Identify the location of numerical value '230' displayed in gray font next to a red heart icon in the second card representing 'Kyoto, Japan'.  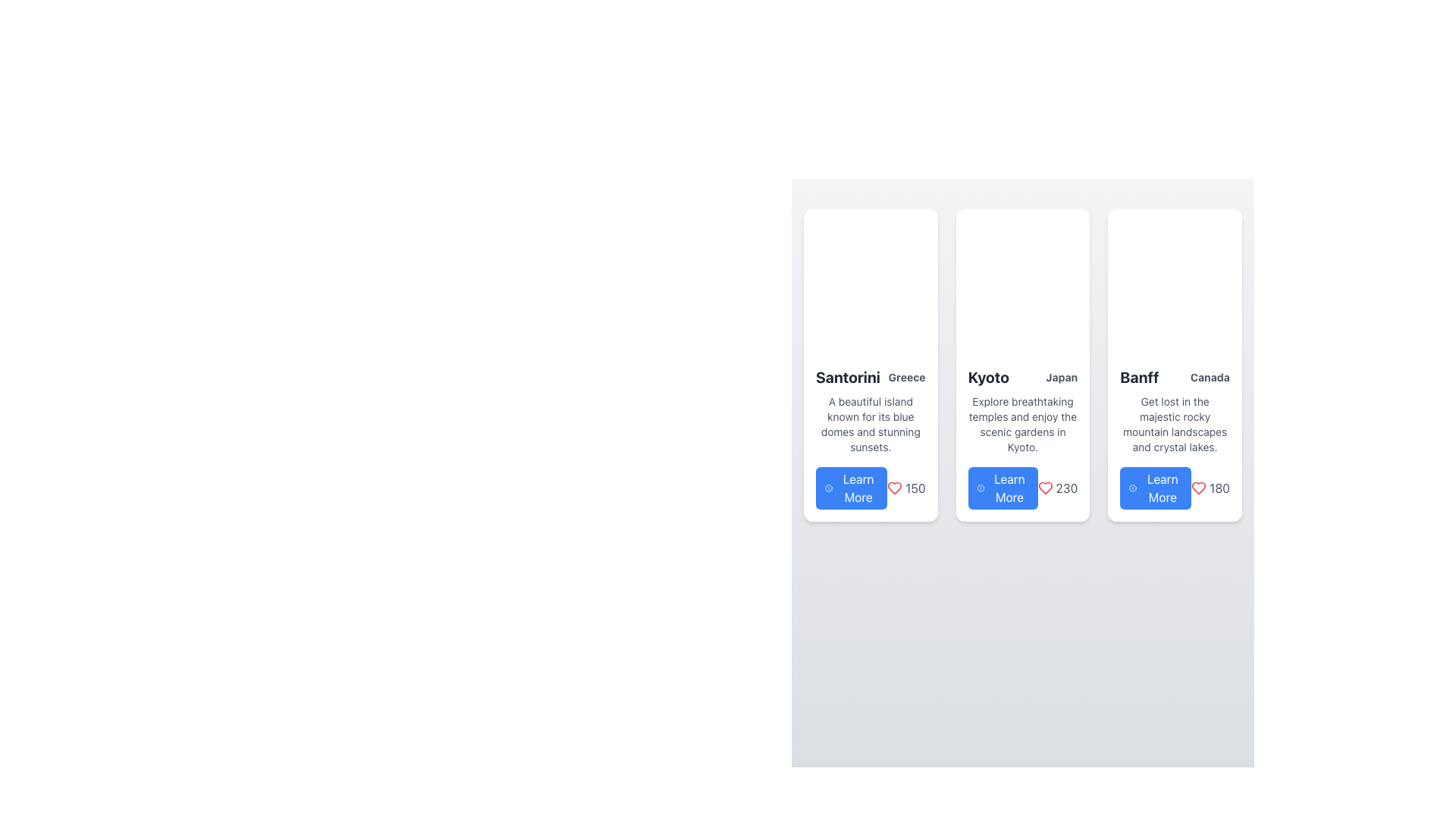
(1056, 488).